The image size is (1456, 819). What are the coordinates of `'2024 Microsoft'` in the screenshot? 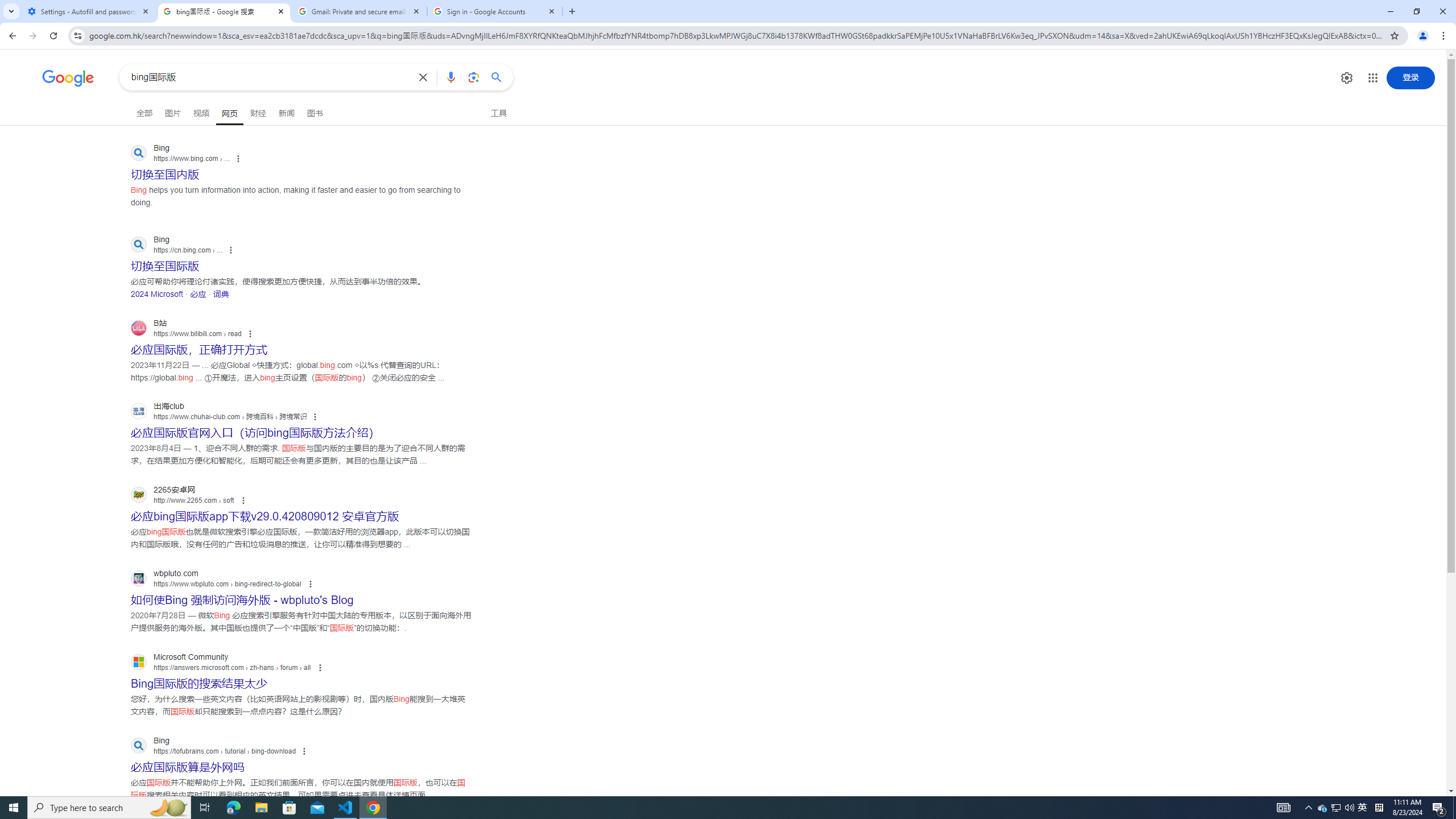 It's located at (157, 293).